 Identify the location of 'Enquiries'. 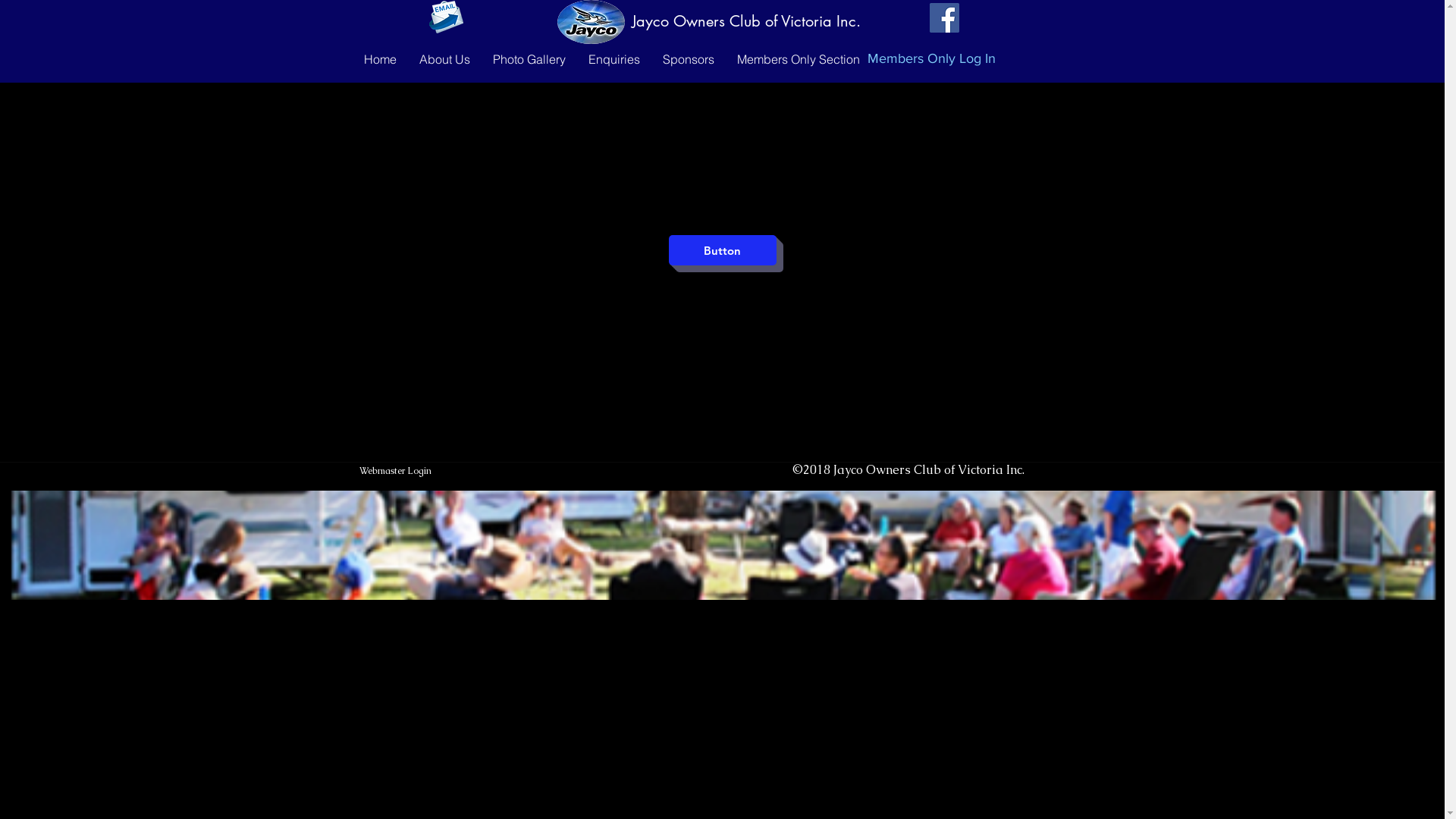
(613, 55).